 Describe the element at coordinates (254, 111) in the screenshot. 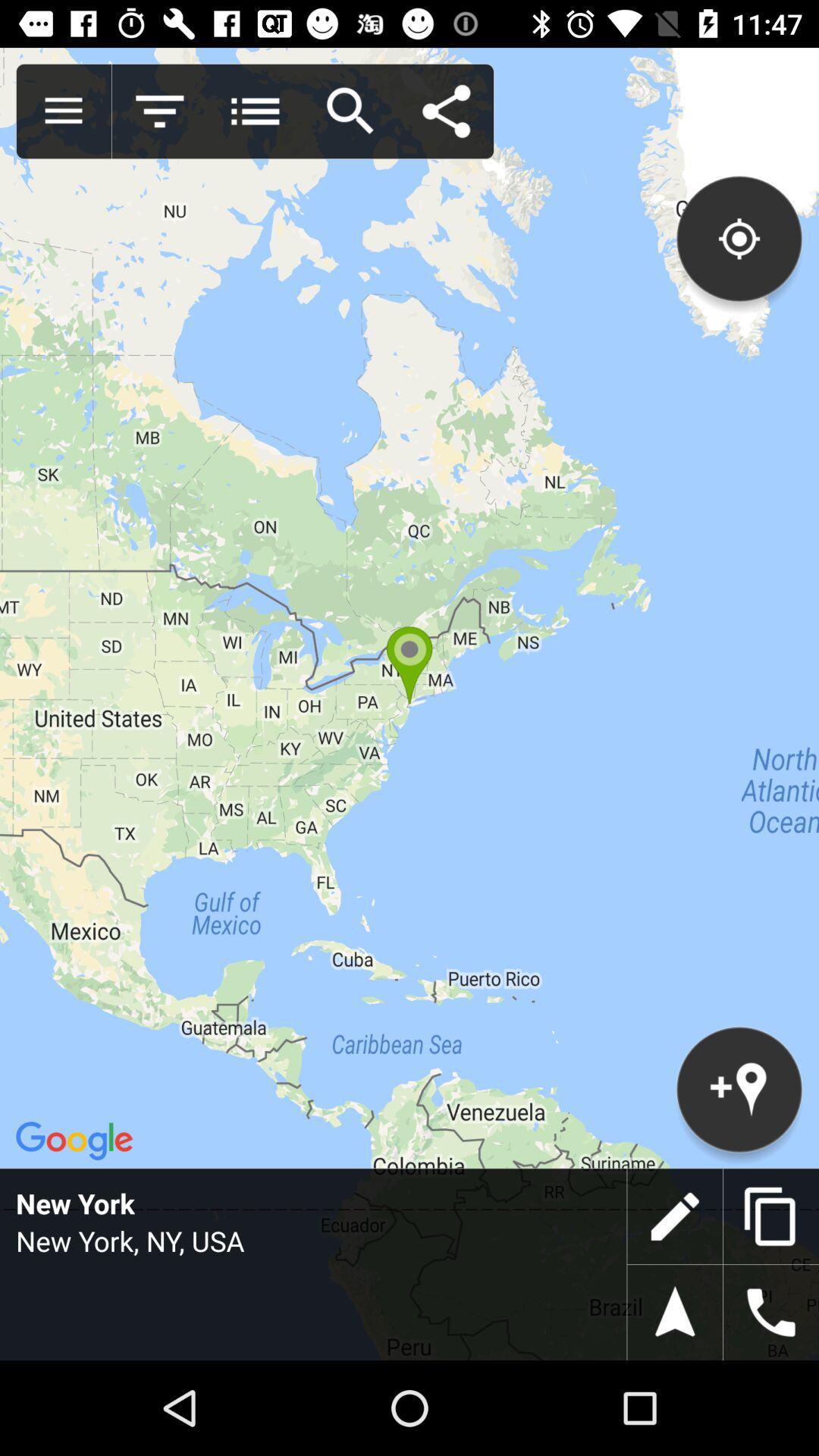

I see `option button` at that location.